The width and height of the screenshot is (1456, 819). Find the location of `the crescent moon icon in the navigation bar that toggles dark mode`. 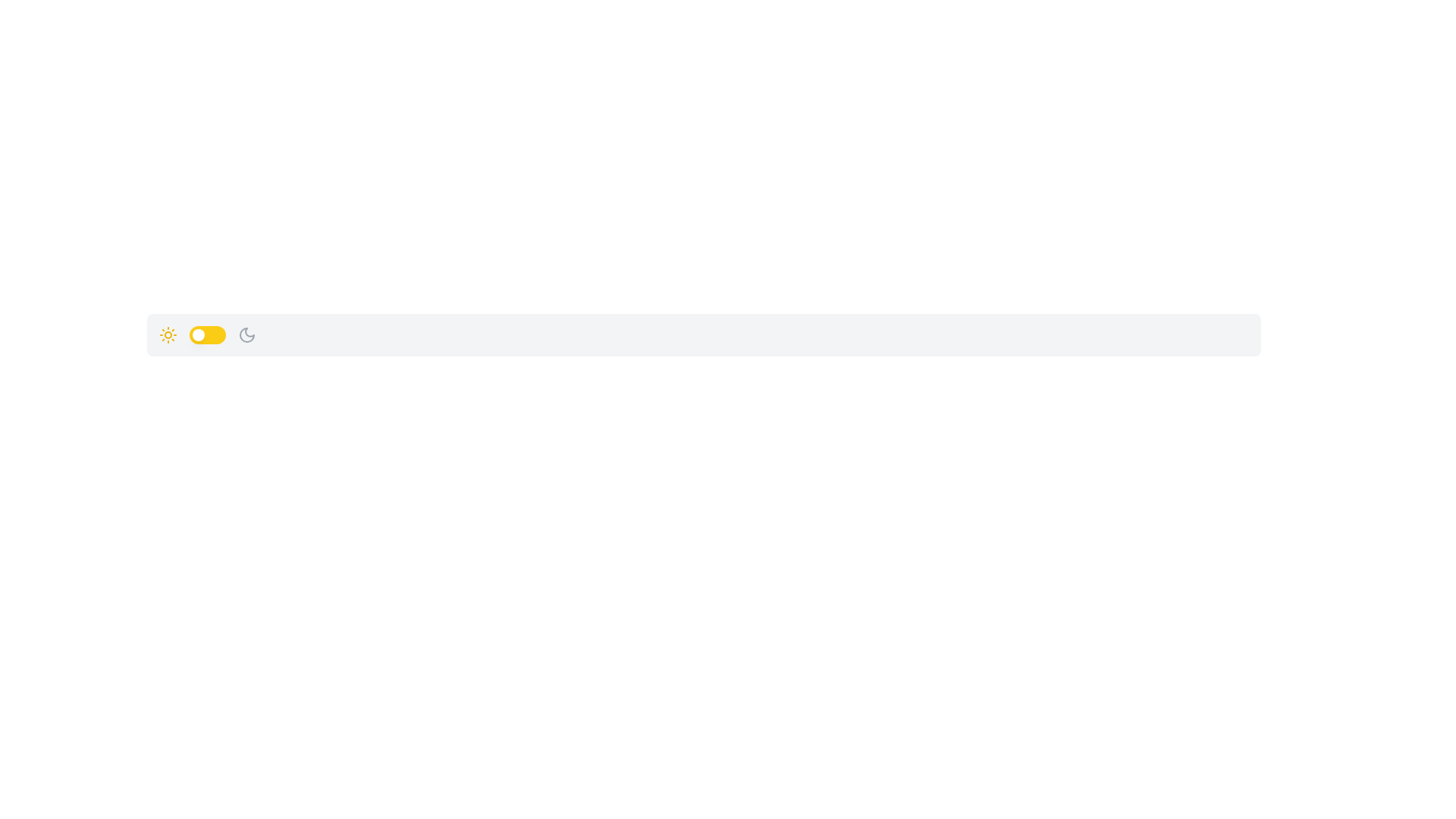

the crescent moon icon in the navigation bar that toggles dark mode is located at coordinates (247, 334).